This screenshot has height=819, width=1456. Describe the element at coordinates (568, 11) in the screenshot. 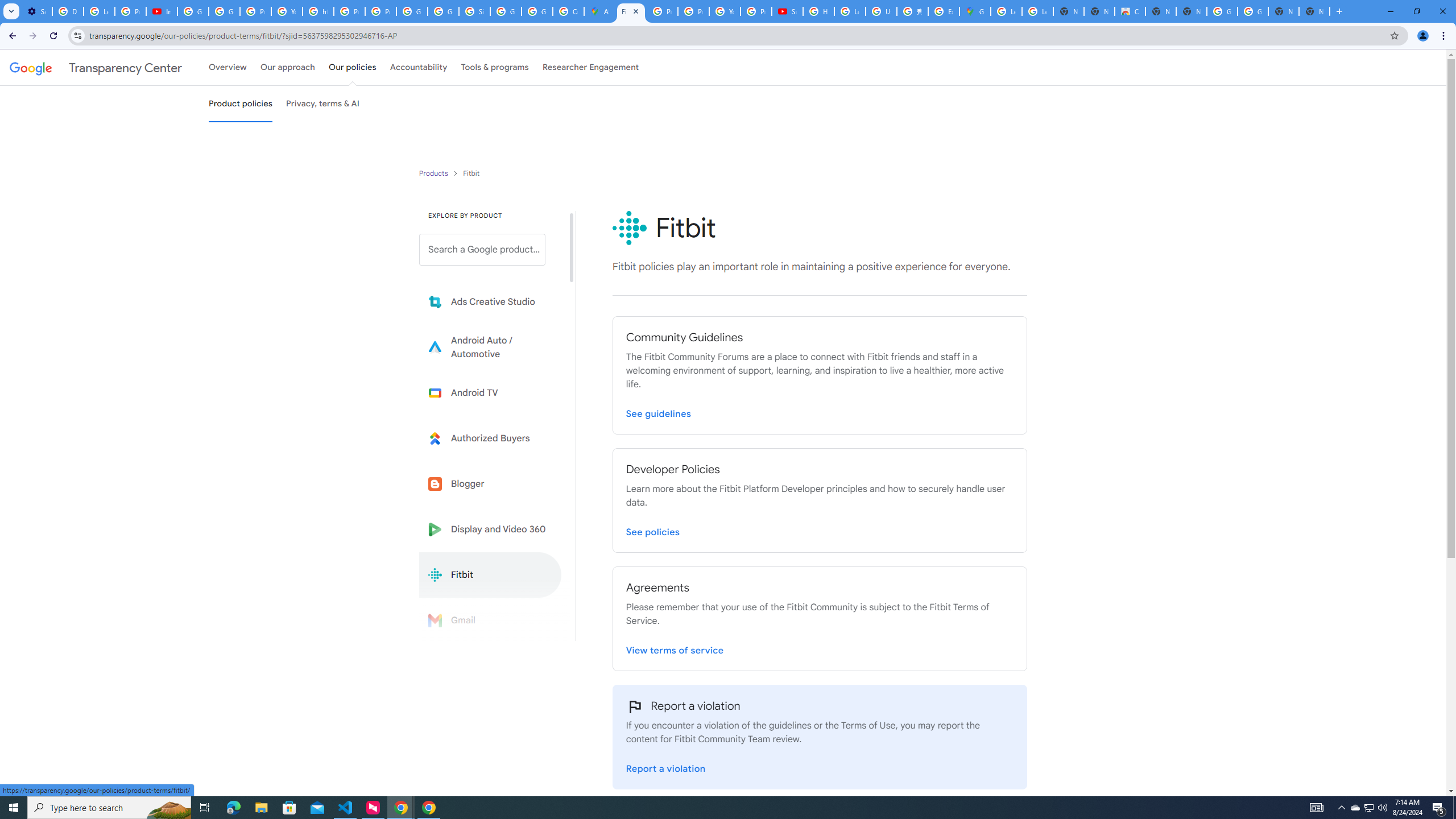

I see `'Create your Google Account'` at that location.